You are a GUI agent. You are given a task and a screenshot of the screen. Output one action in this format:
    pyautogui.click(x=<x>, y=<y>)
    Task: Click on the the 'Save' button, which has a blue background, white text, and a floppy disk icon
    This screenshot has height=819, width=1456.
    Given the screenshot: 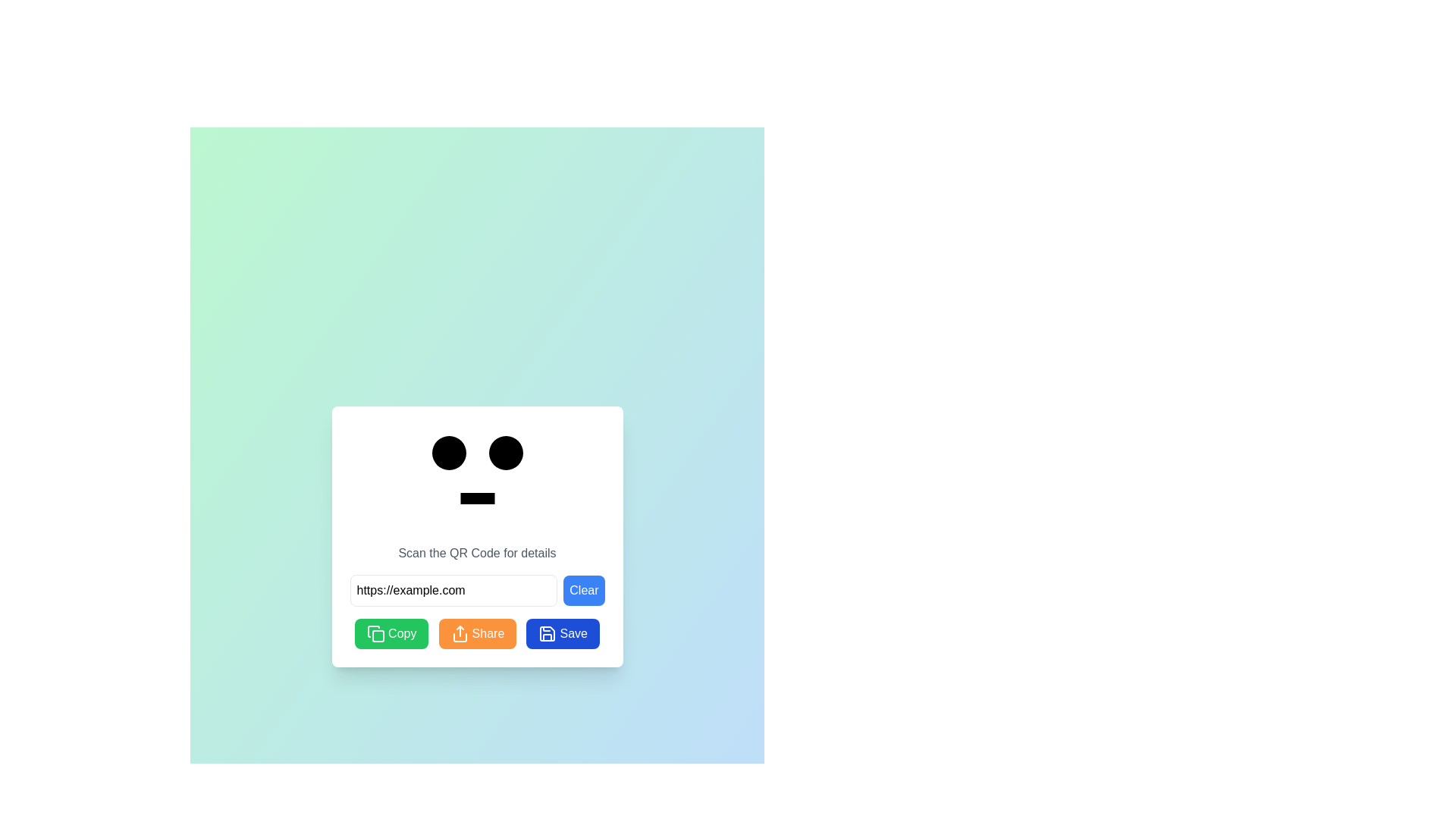 What is the action you would take?
    pyautogui.click(x=562, y=634)
    